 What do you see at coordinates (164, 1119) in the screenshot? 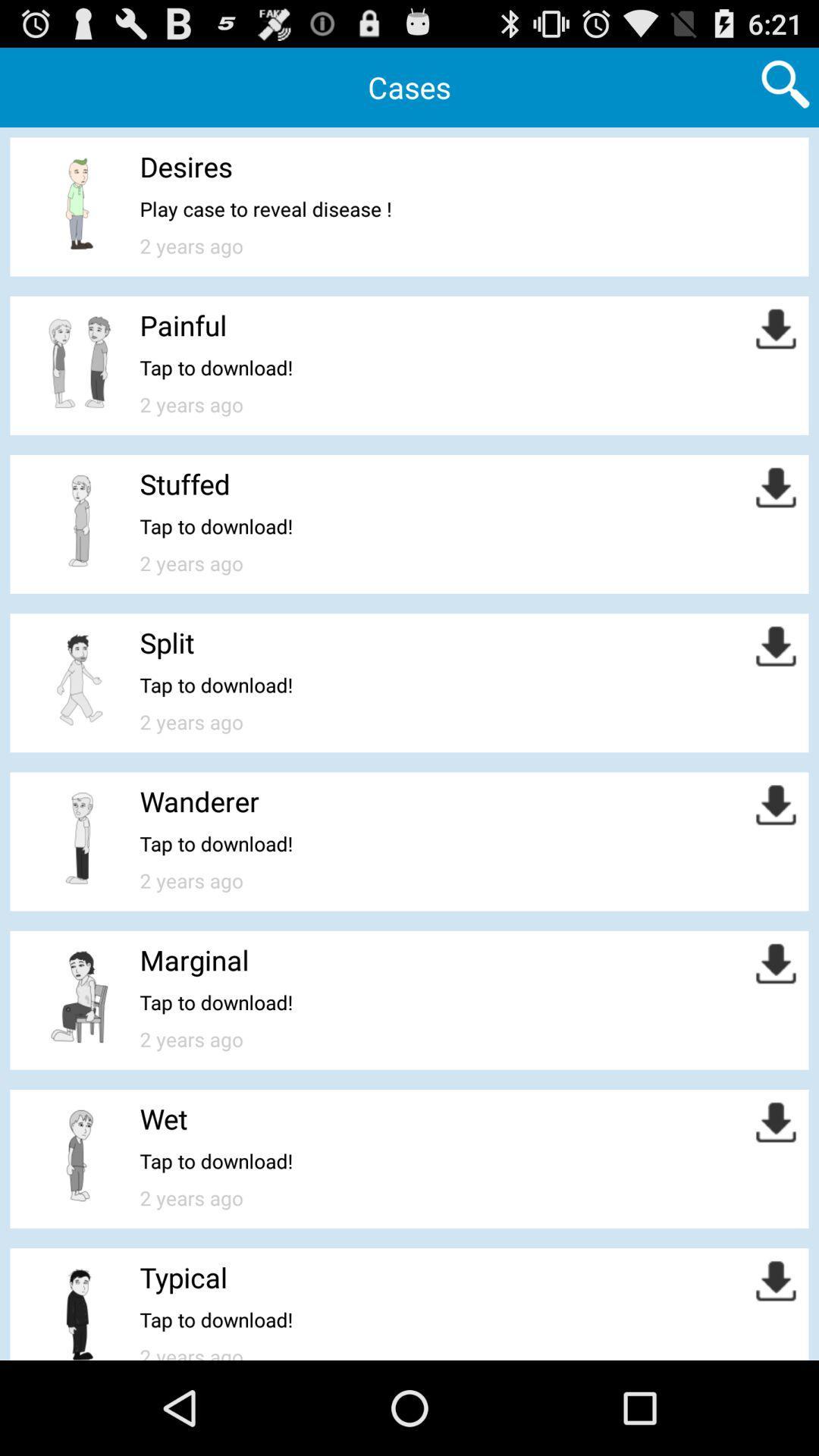
I see `the wet item` at bounding box center [164, 1119].